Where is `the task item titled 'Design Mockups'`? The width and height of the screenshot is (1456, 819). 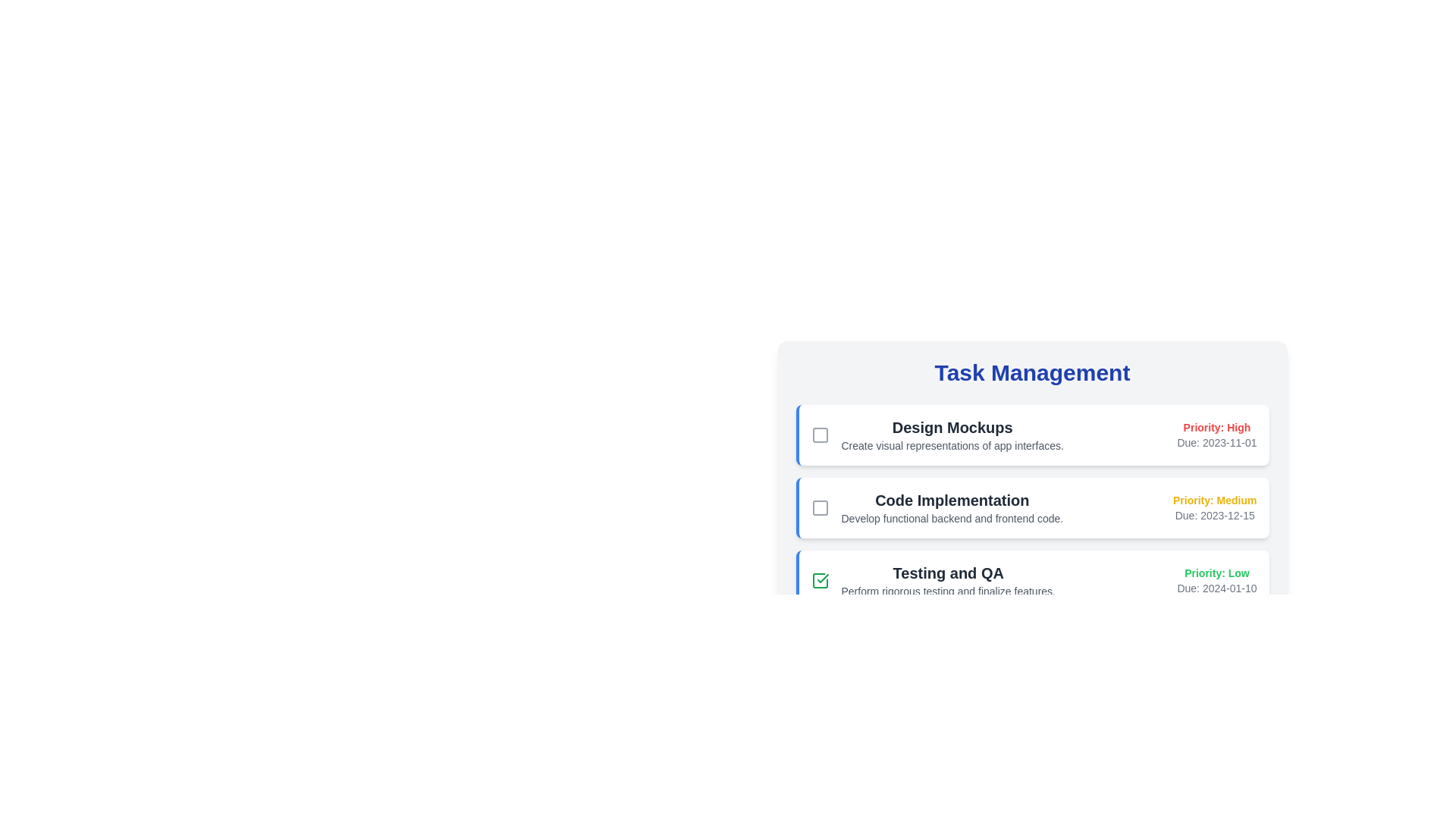 the task item titled 'Design Mockups' is located at coordinates (937, 435).